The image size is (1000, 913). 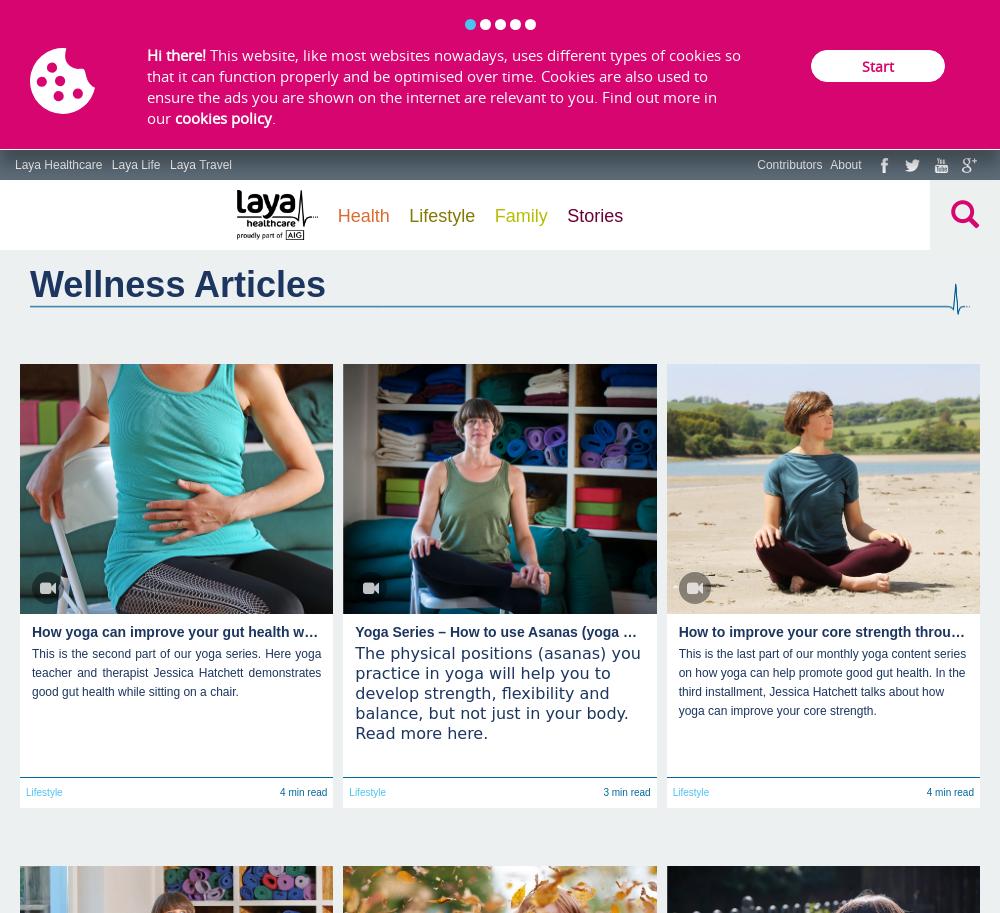 What do you see at coordinates (272, 116) in the screenshot?
I see `'.'` at bounding box center [272, 116].